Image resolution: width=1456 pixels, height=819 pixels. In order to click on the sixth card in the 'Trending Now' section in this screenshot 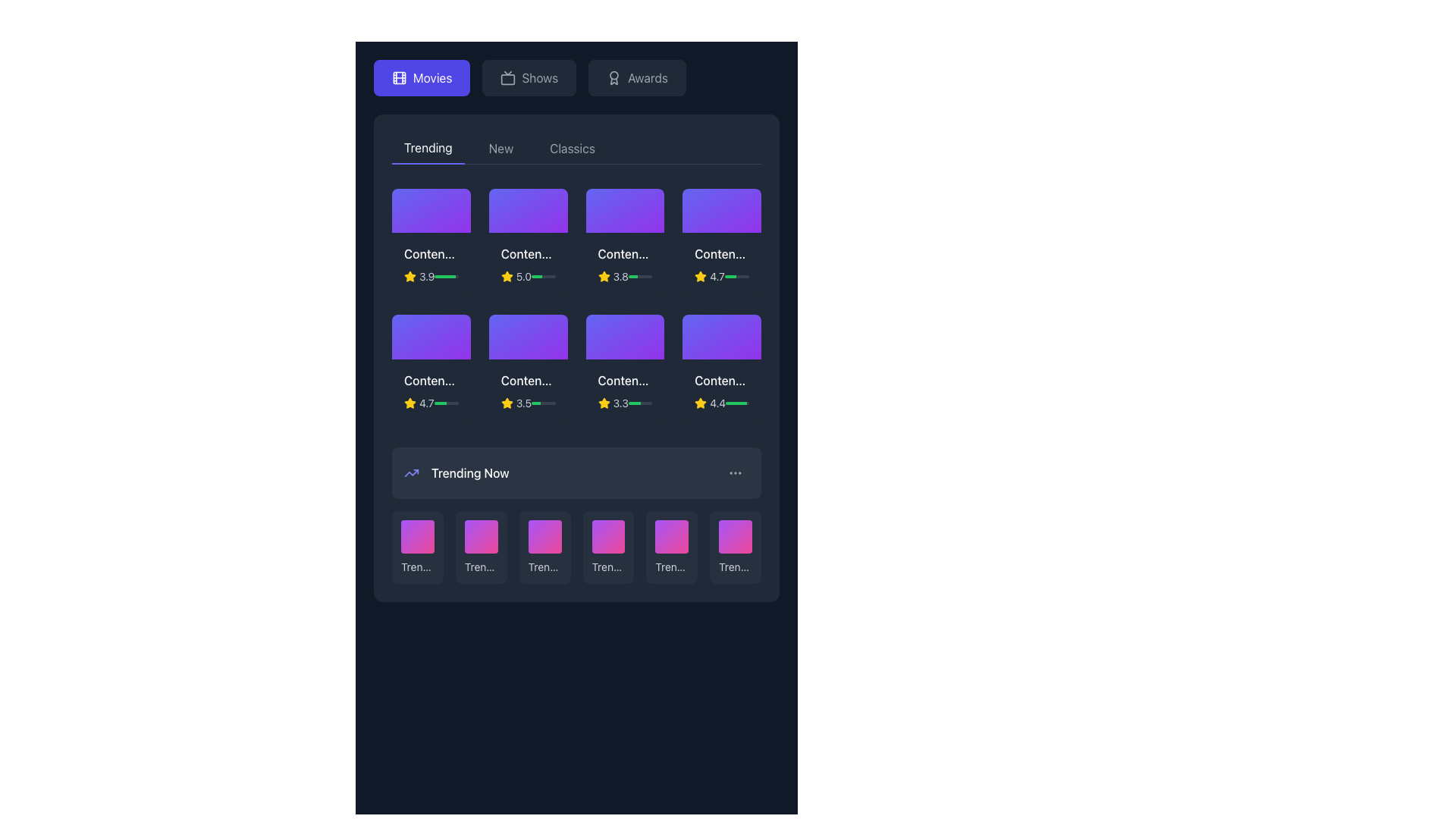, I will do `click(735, 547)`.